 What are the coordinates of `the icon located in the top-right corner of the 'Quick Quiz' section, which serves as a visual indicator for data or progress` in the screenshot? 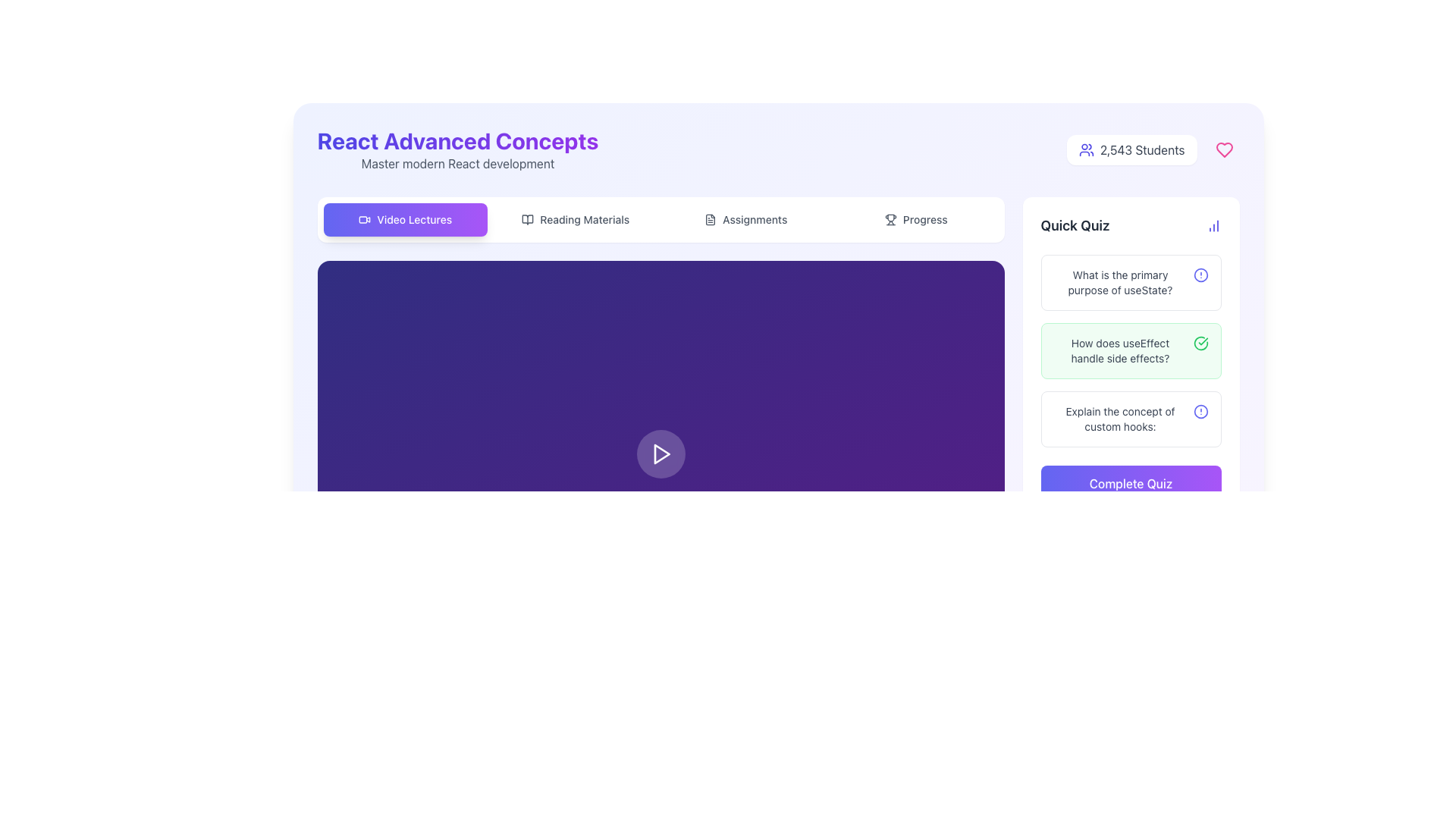 It's located at (1213, 225).